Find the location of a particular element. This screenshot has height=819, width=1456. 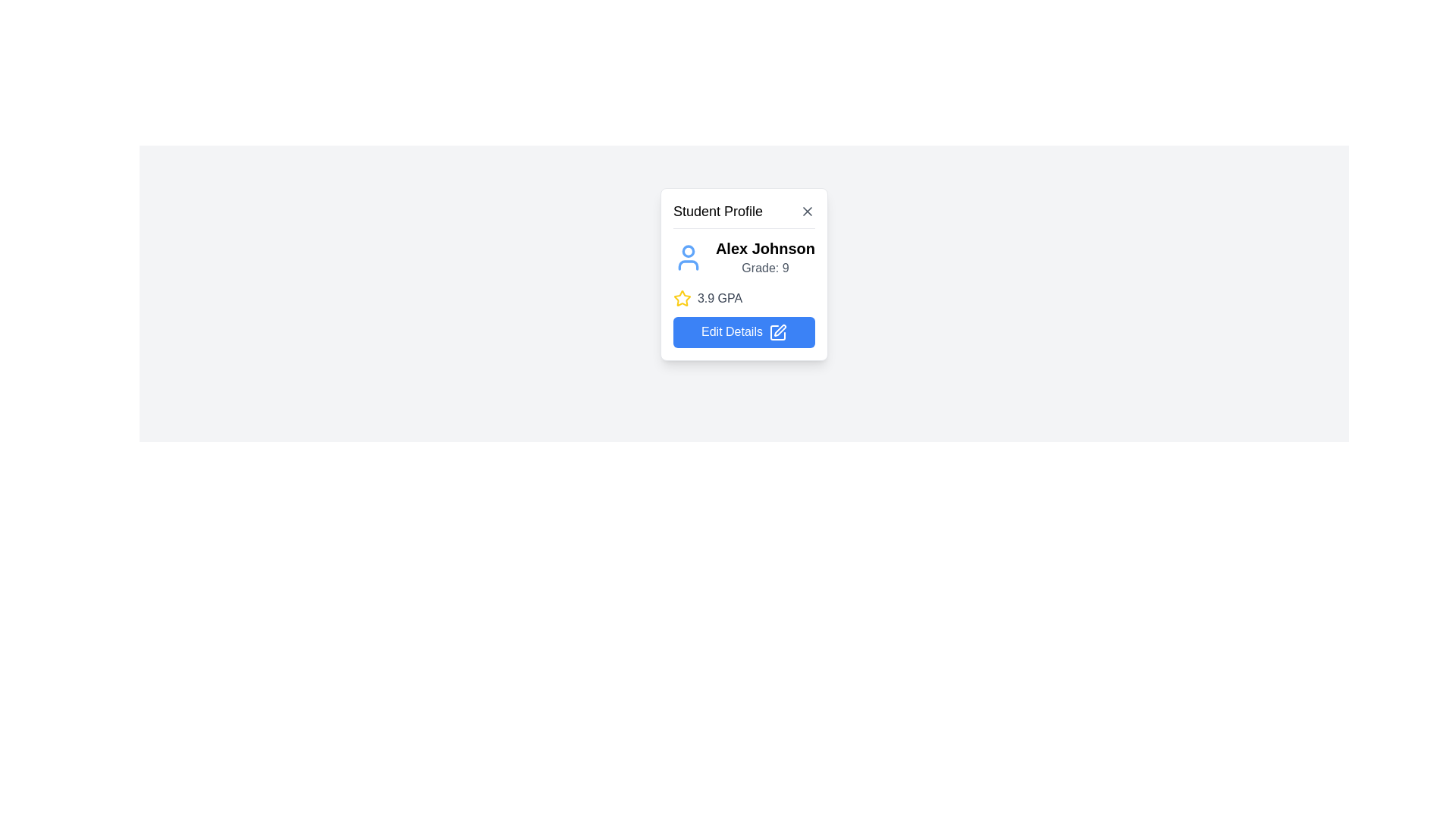

the star-shaped icon with a yellow outline, positioned immediately to the left of the '3.9 GPA' text in the student's profile section is located at coordinates (681, 298).